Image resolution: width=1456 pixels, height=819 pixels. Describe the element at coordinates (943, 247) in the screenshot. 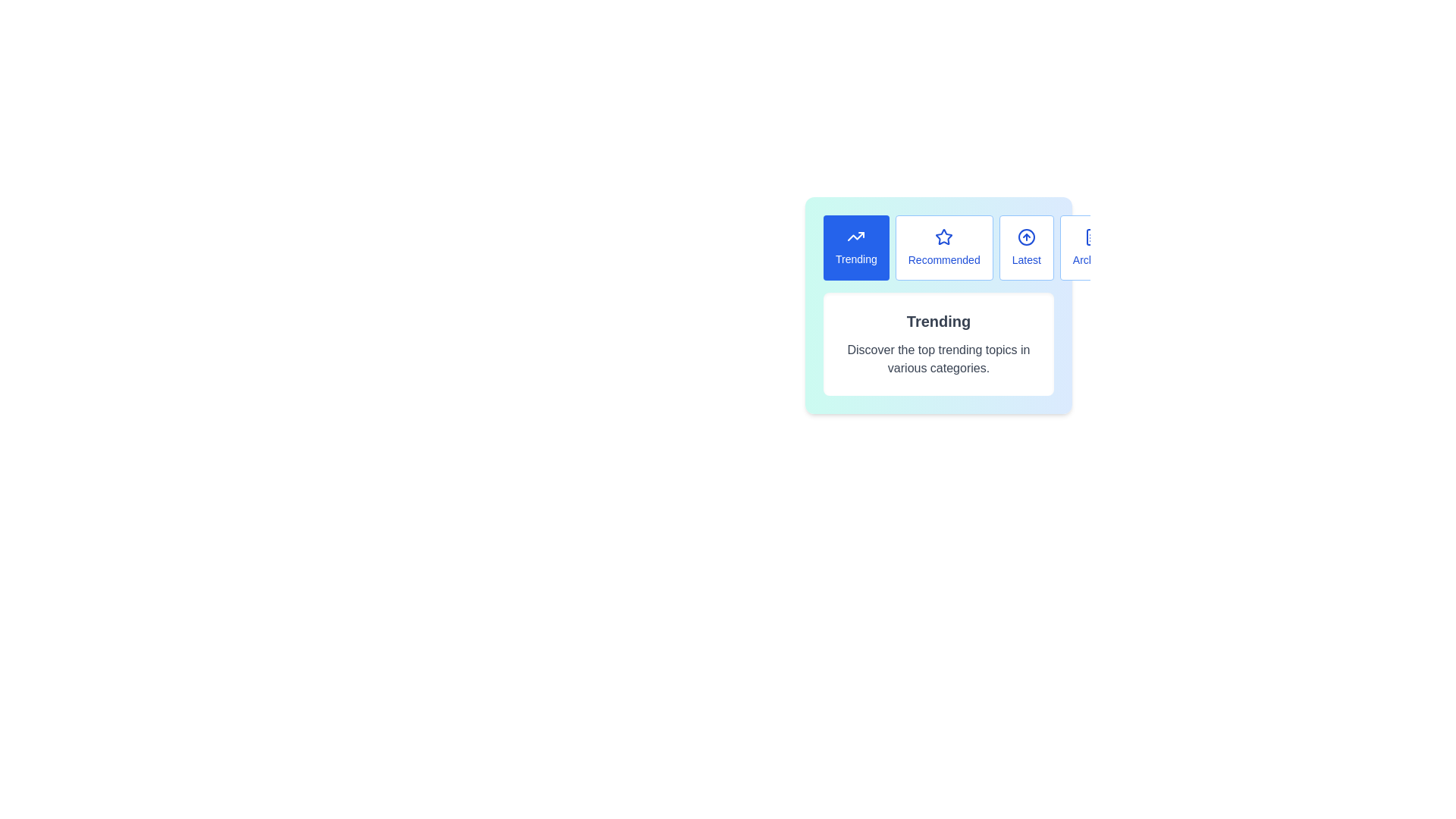

I see `the button labeled Recommended` at that location.